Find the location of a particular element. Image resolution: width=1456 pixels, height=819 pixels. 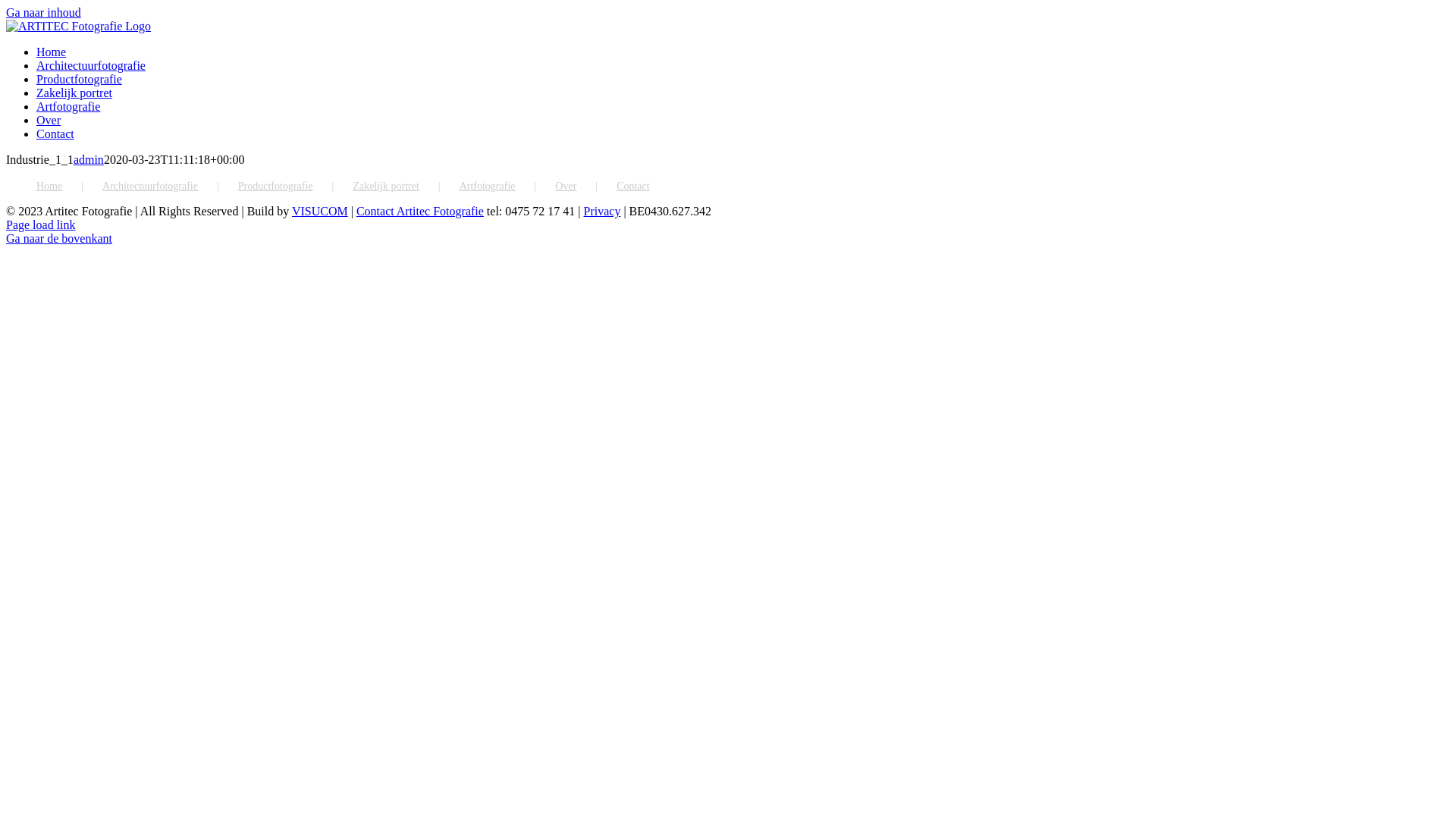

'admin' is located at coordinates (87, 159).